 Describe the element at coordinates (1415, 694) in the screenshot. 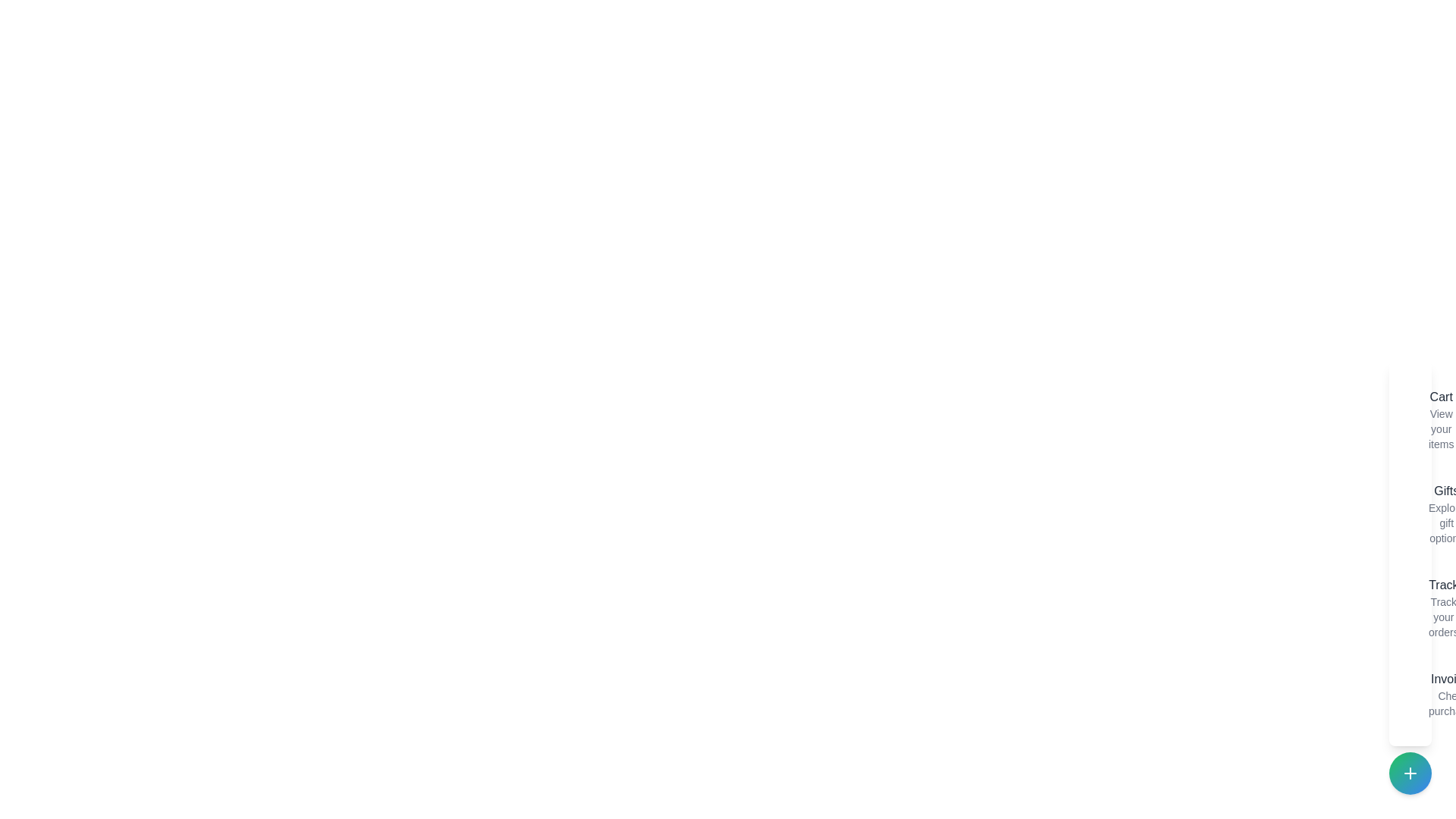

I see `the option Invoices from the menu` at that location.